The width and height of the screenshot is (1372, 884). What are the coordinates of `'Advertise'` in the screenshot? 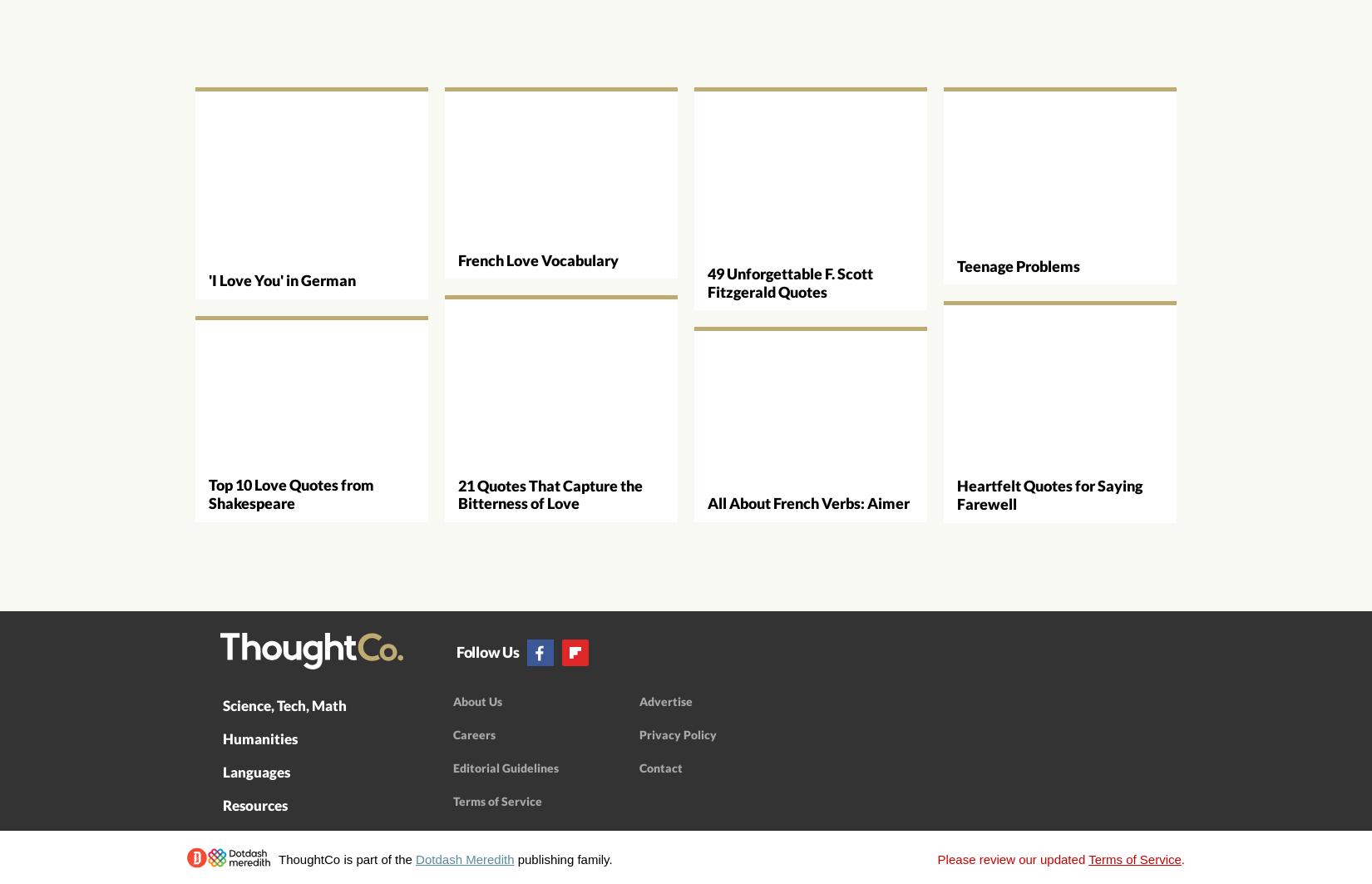 It's located at (665, 700).